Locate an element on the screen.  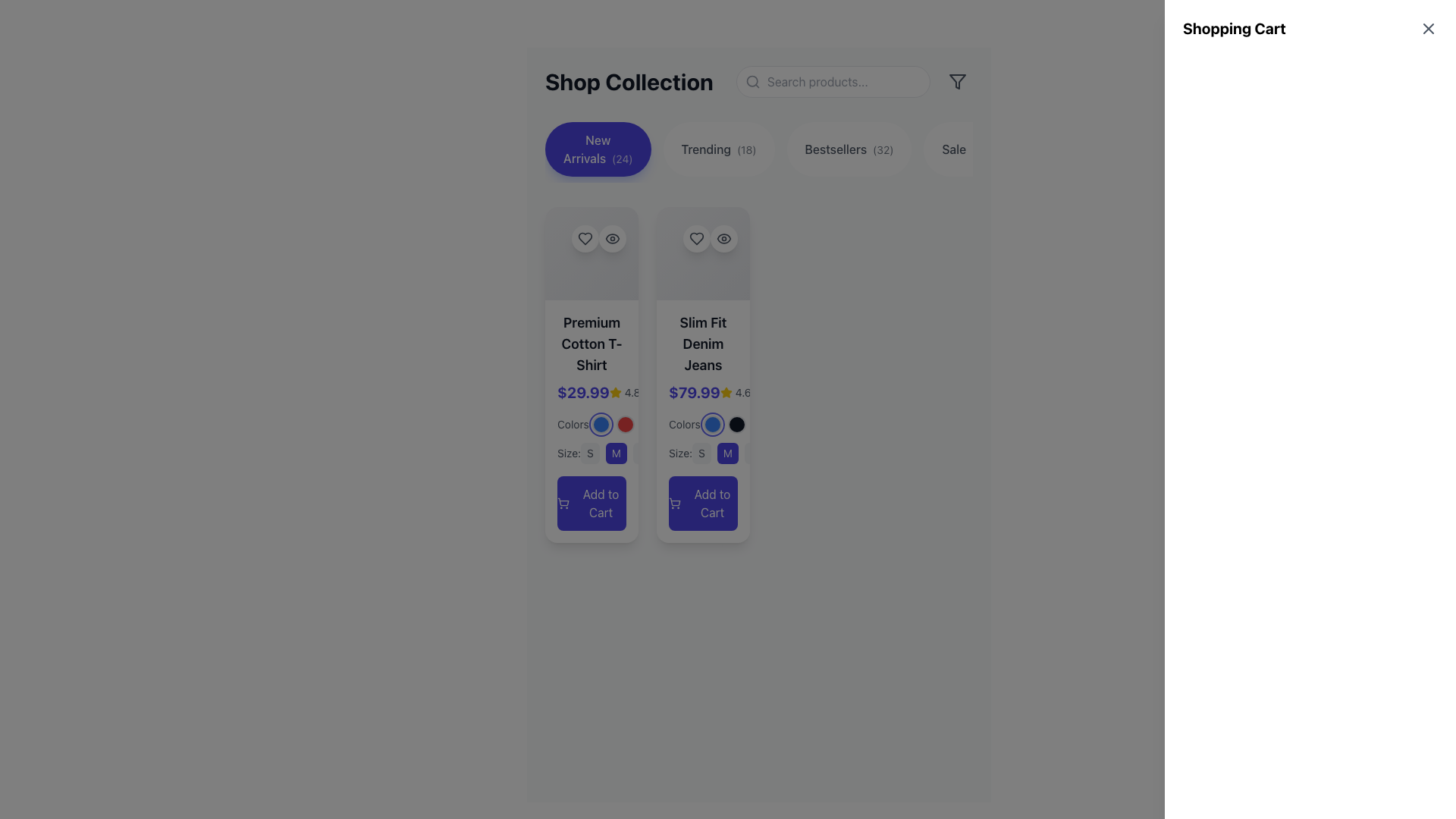
the price label of the product displayed in the card, located below the product title 'Premium Cotton T-Shirt' is located at coordinates (582, 391).